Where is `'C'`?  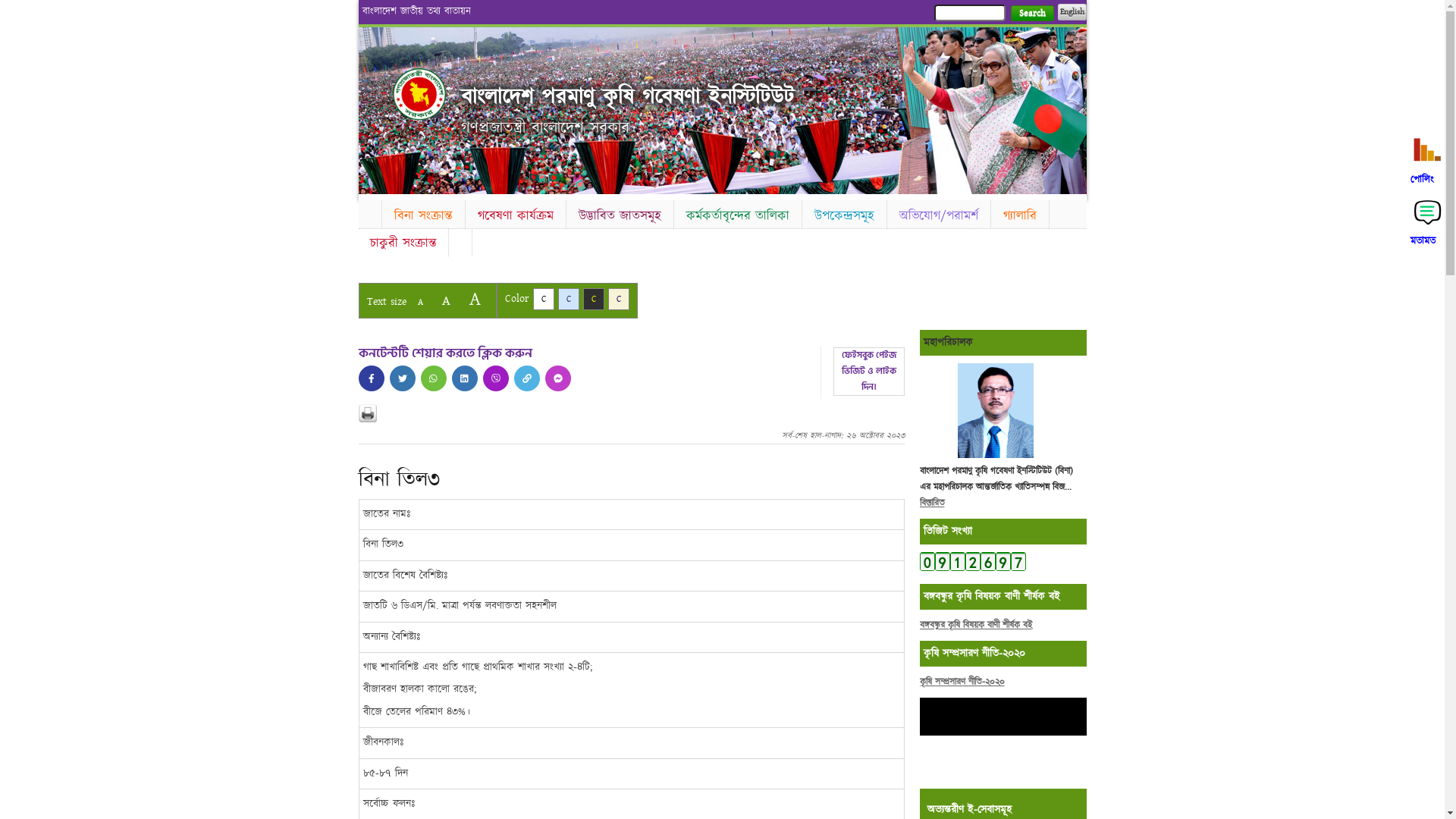
'C' is located at coordinates (619, 299).